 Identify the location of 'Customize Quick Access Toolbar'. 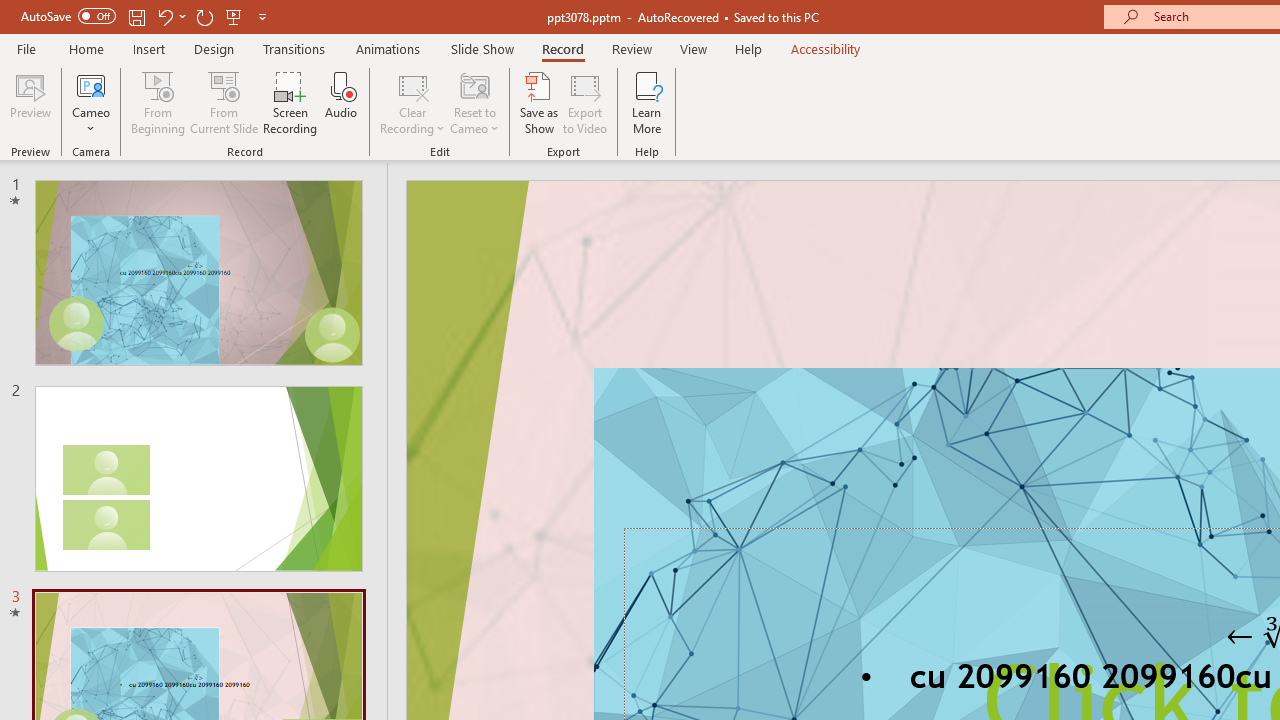
(262, 16).